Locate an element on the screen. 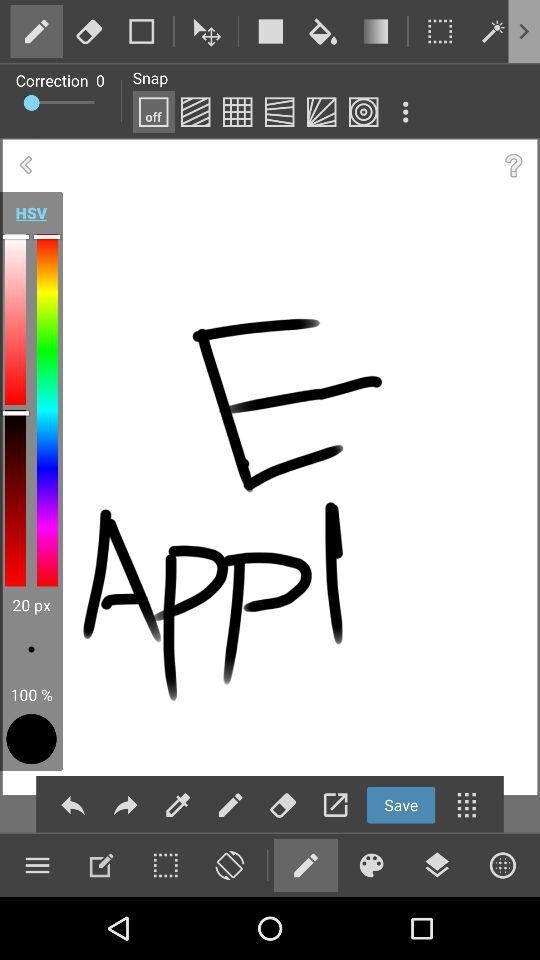 This screenshot has width=540, height=960. the edit icon is located at coordinates (100, 864).